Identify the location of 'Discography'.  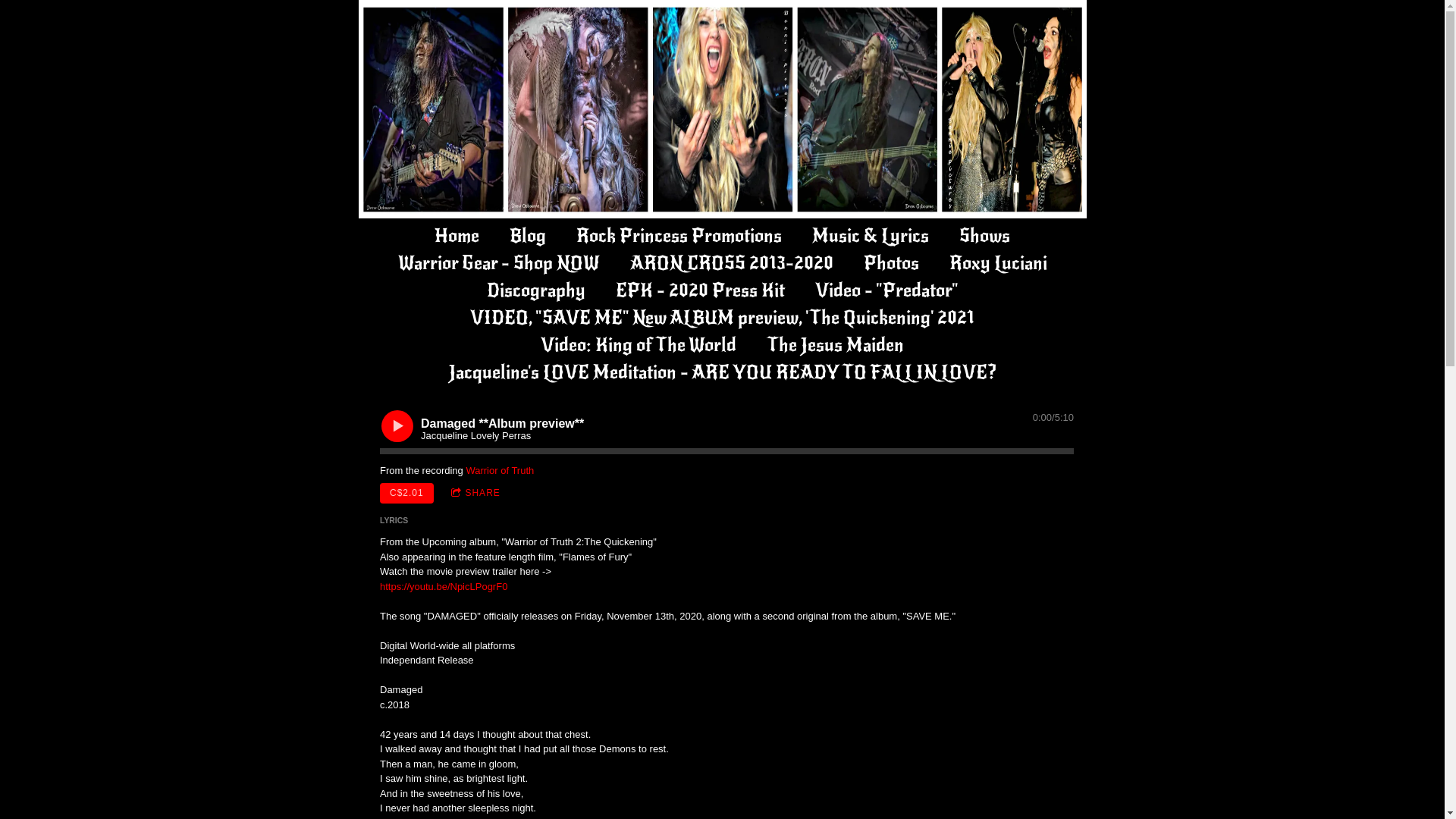
(535, 290).